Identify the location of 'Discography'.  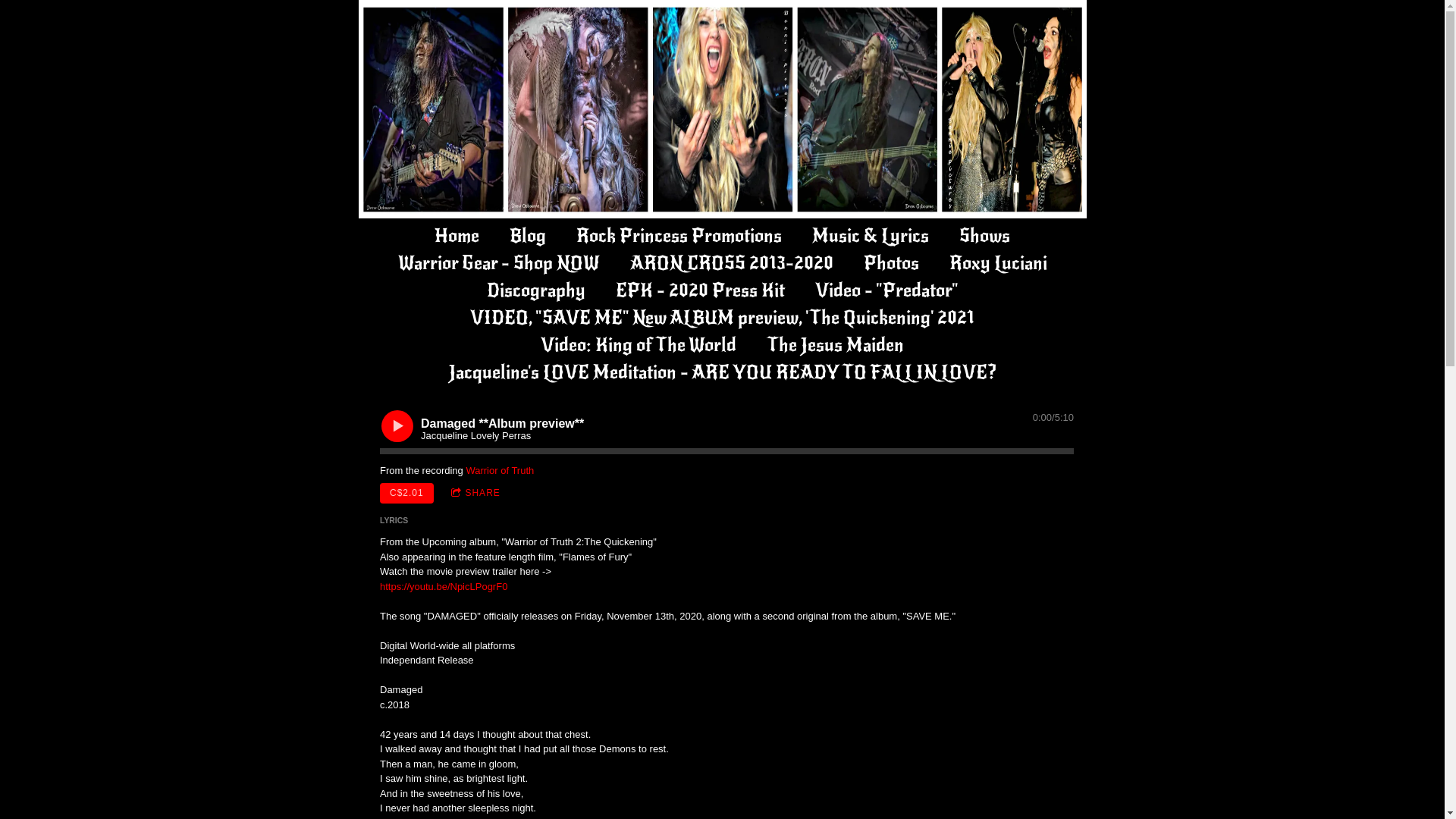
(535, 290).